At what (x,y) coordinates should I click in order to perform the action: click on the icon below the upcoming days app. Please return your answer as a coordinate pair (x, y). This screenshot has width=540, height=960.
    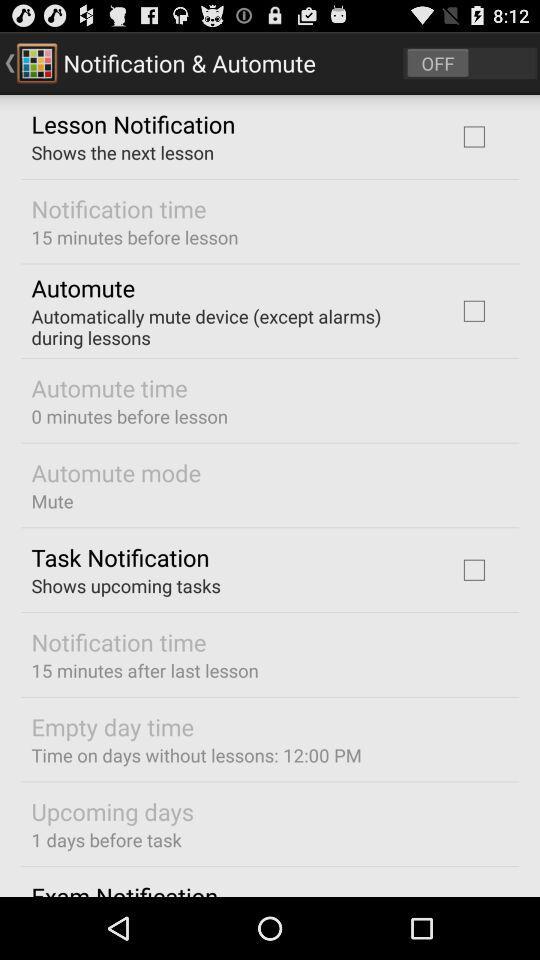
    Looking at the image, I should click on (106, 840).